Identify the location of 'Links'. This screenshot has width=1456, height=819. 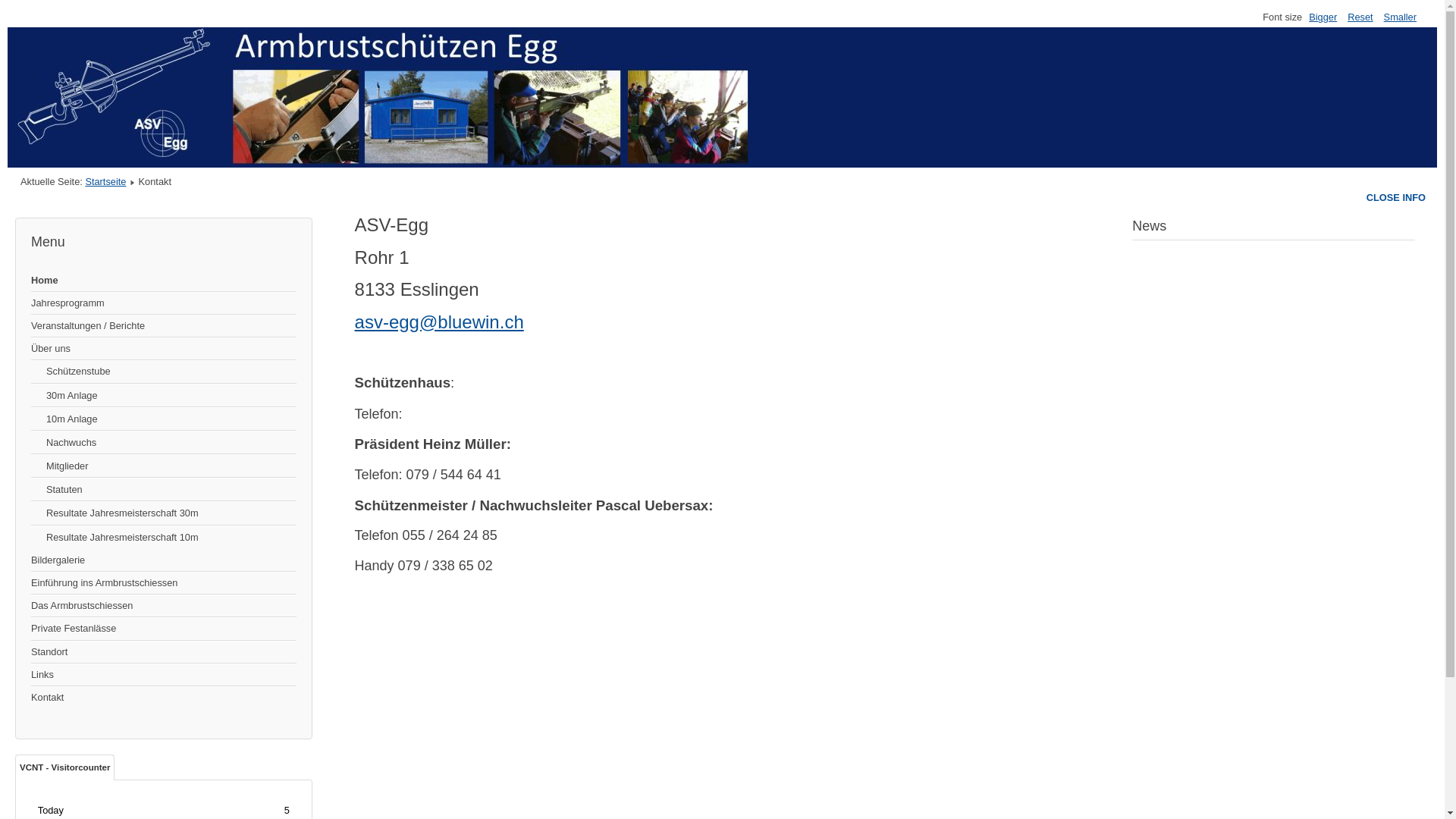
(164, 674).